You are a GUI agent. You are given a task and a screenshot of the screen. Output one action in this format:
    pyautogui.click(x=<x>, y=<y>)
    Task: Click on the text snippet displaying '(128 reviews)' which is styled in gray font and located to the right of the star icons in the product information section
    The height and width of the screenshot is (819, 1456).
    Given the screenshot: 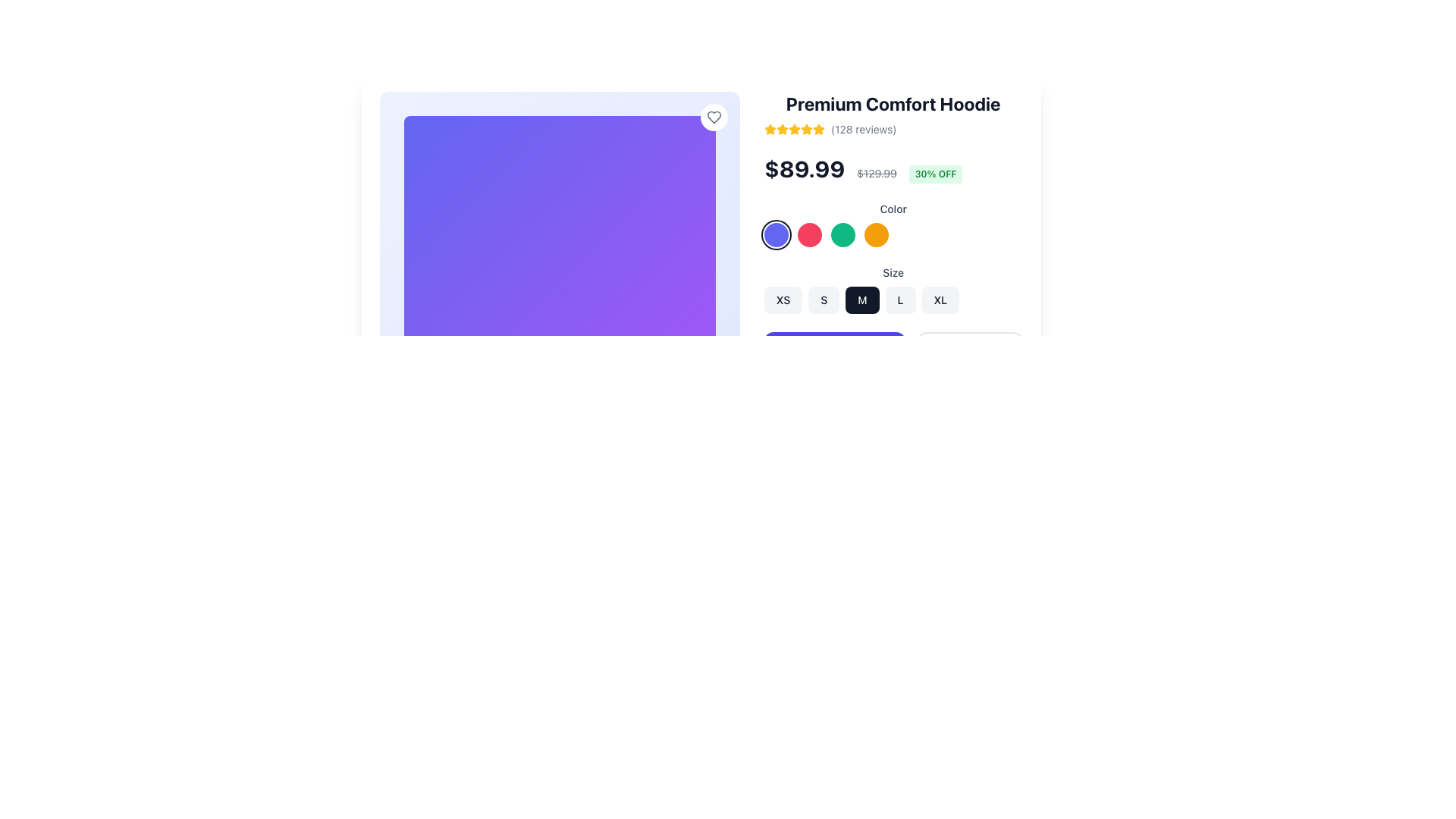 What is the action you would take?
    pyautogui.click(x=864, y=128)
    